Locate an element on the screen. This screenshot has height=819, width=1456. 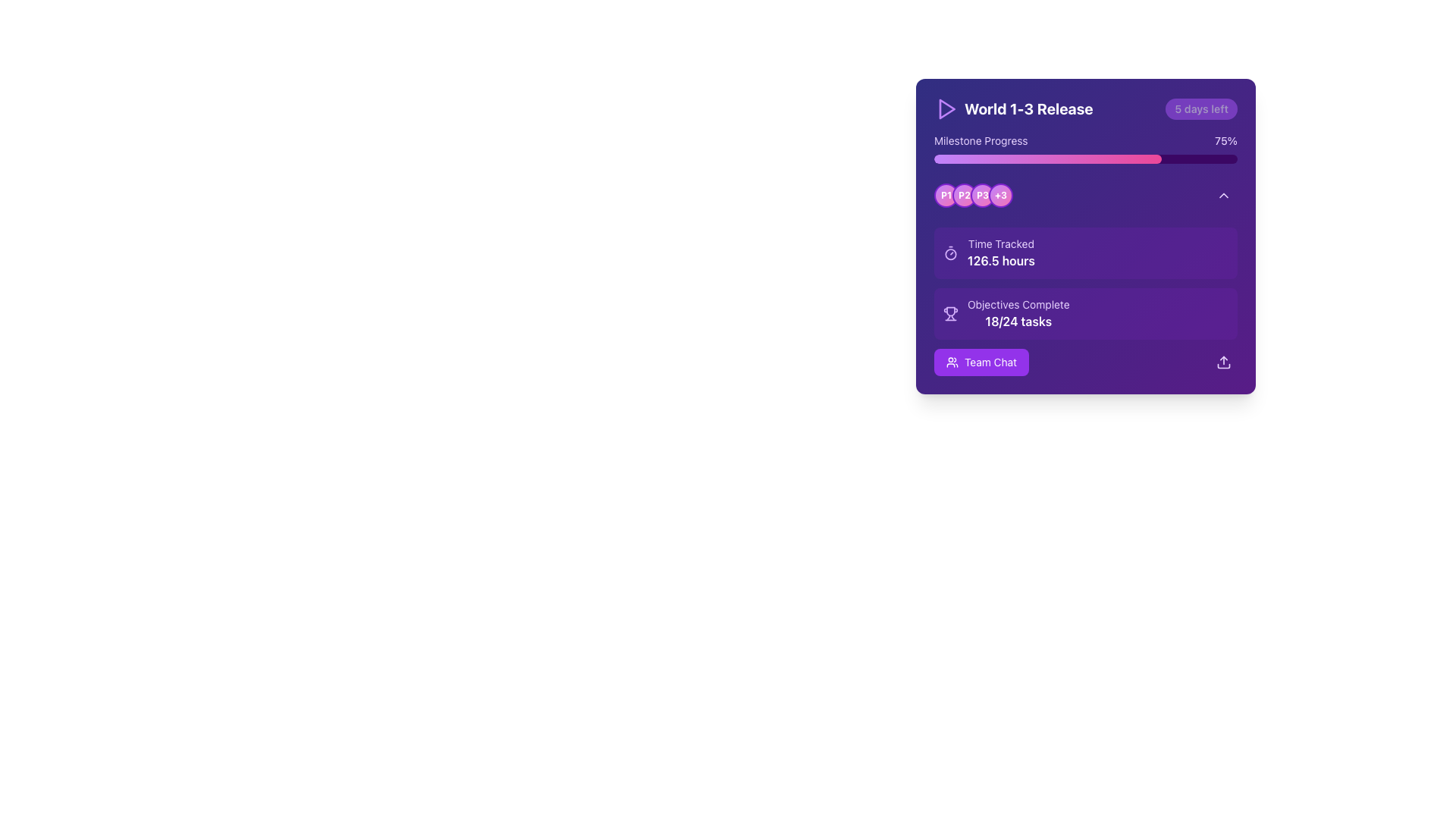
the 'Team Chat' icon, which represents user interaction and collaboration, located on the left side of the 'Team Chat' button at the bottom of a purple card is located at coordinates (952, 362).